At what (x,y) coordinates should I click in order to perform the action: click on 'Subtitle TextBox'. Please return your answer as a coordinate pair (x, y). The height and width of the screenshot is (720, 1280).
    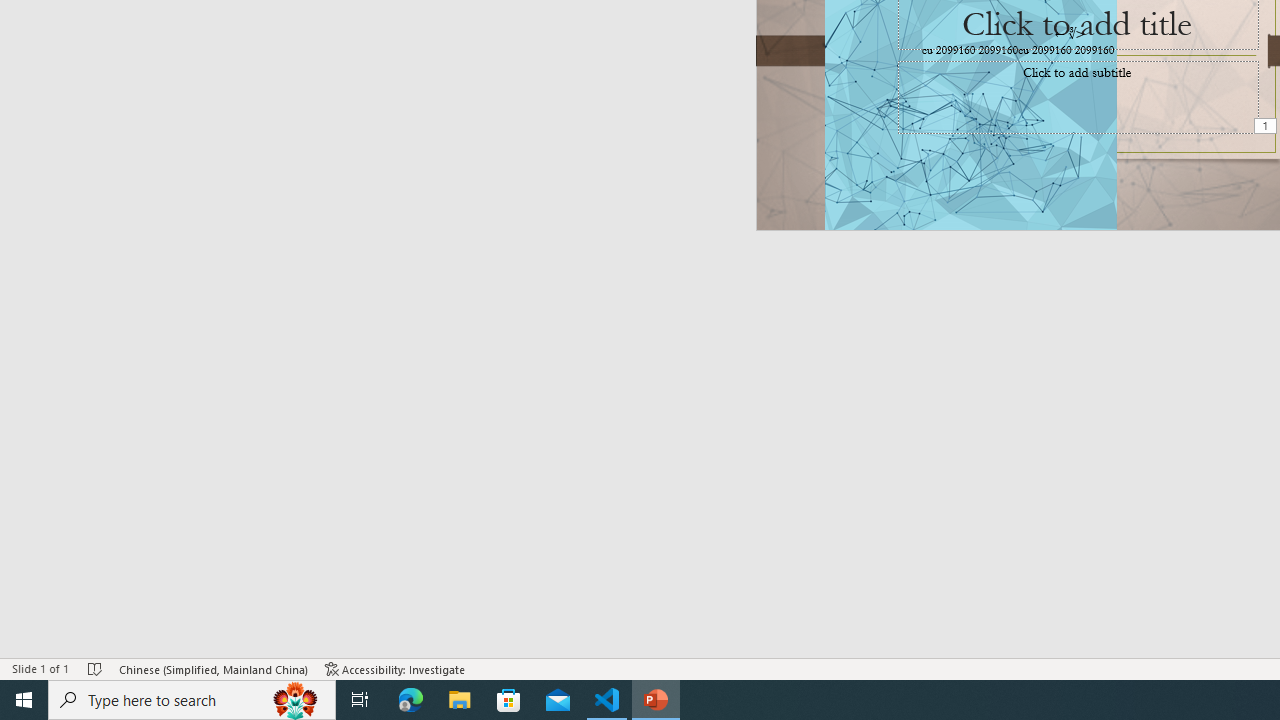
    Looking at the image, I should click on (1078, 97).